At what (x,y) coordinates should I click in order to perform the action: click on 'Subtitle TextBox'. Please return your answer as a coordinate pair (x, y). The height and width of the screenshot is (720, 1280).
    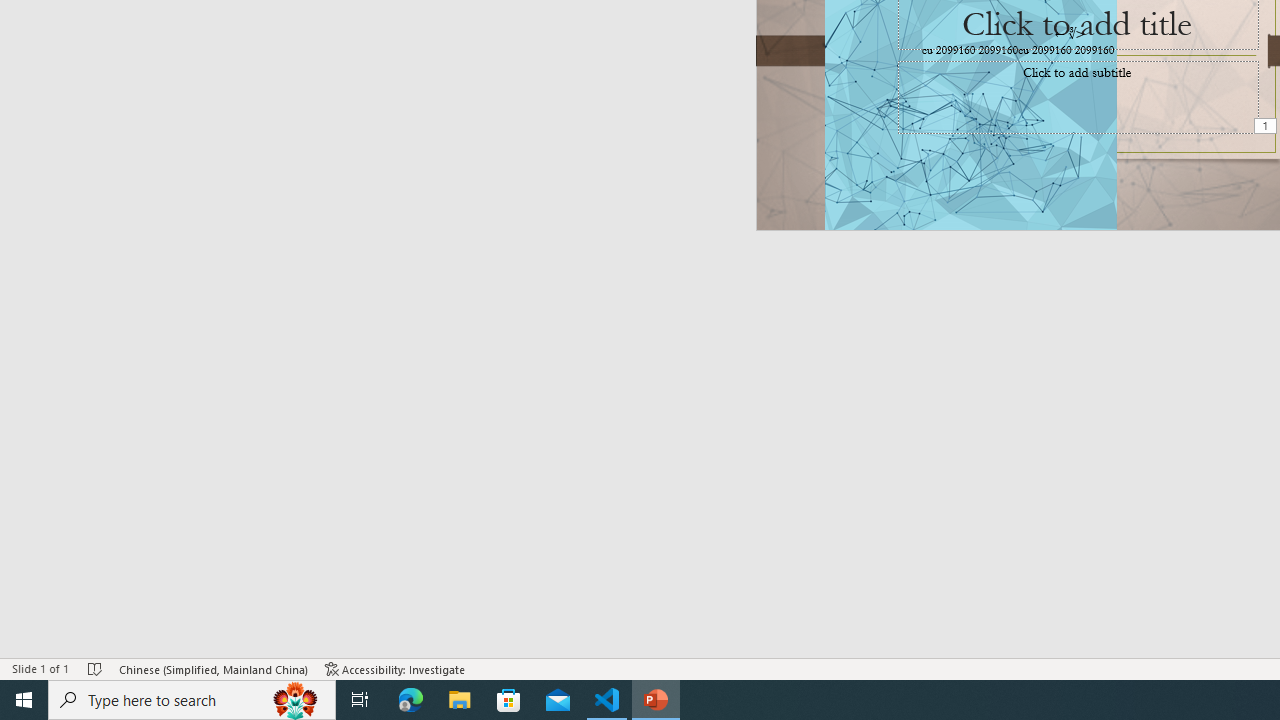
    Looking at the image, I should click on (1078, 97).